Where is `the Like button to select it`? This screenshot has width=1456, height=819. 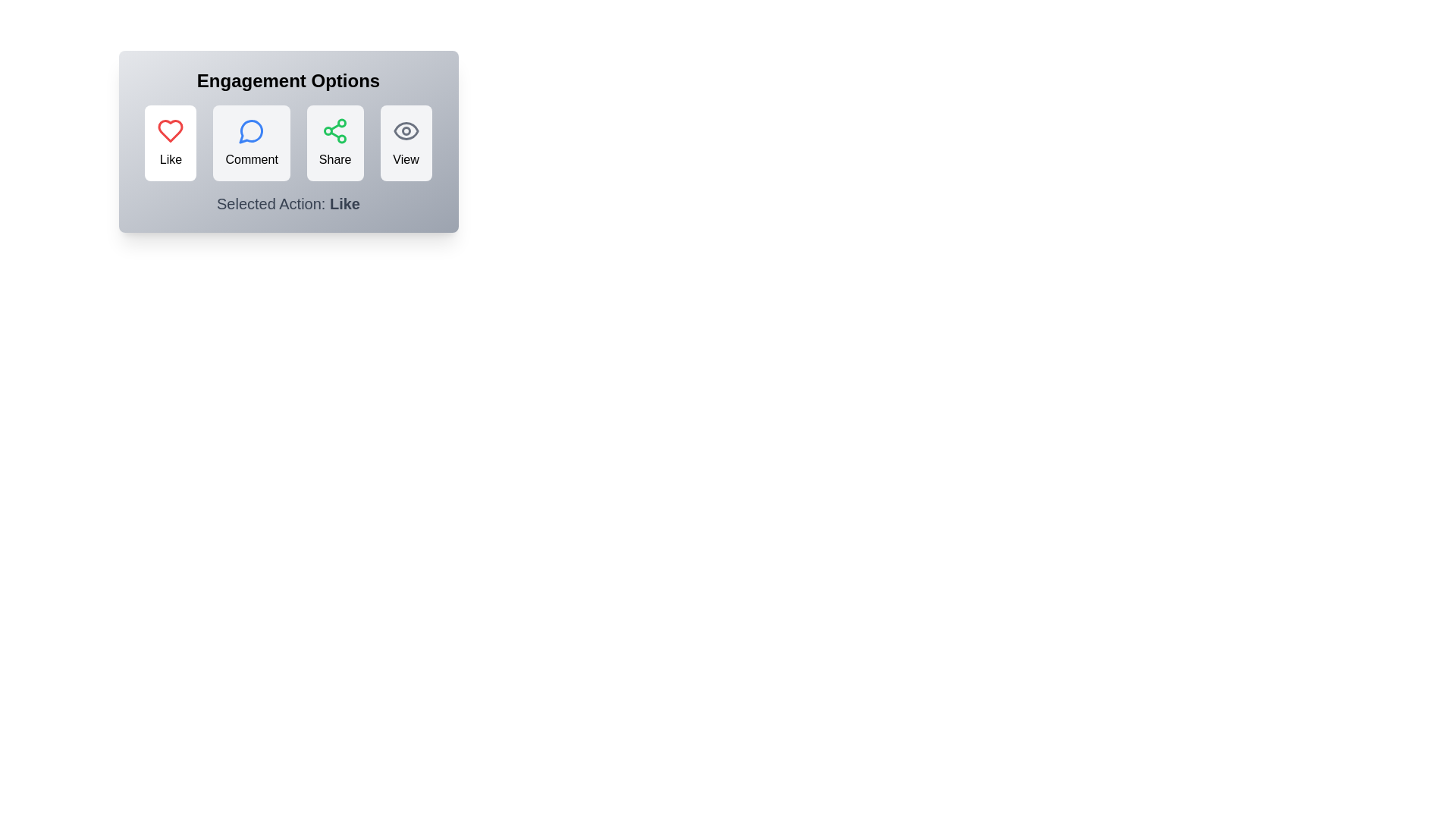 the Like button to select it is located at coordinates (171, 143).